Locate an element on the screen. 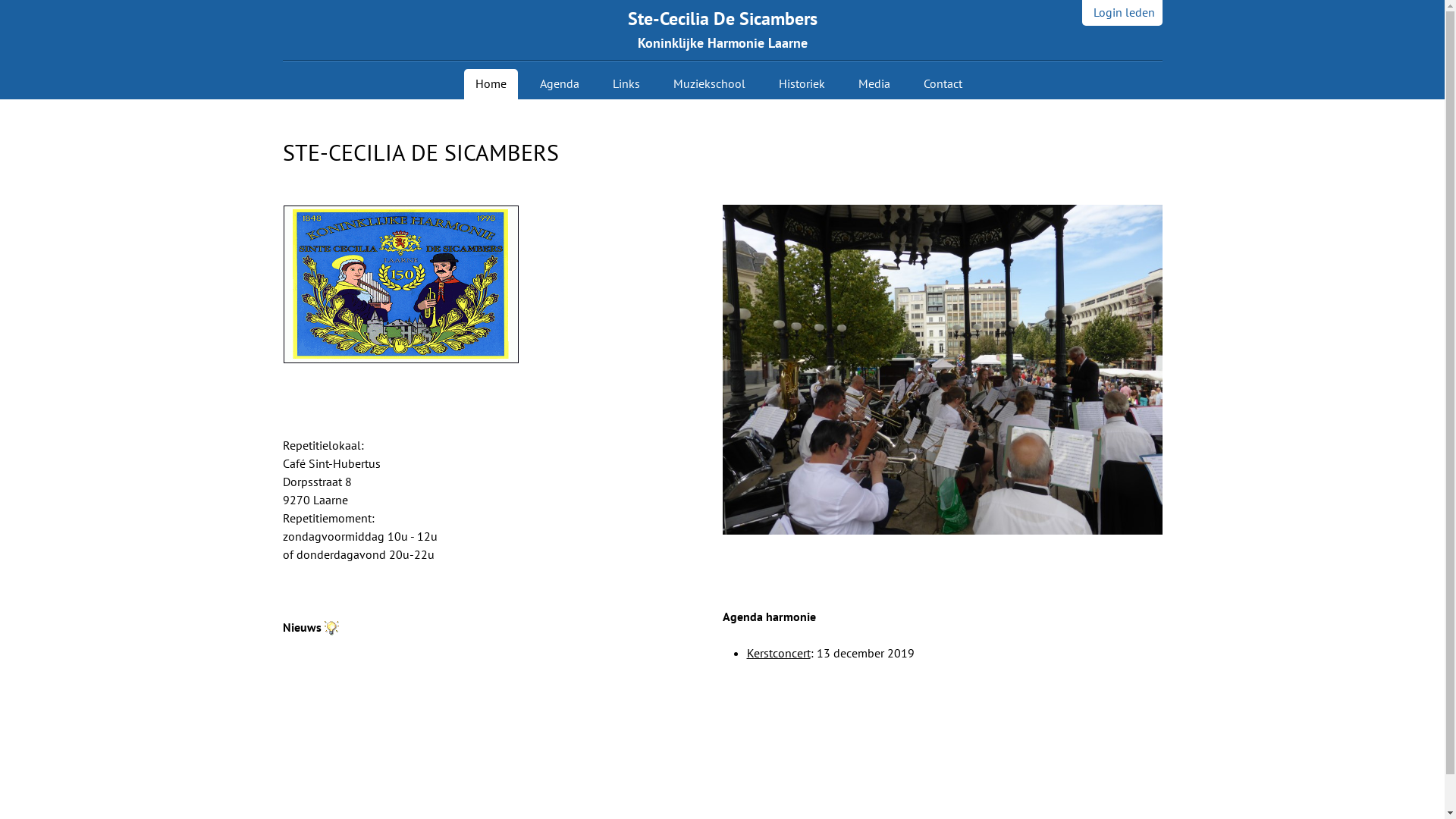  'Agenda' is located at coordinates (558, 84).